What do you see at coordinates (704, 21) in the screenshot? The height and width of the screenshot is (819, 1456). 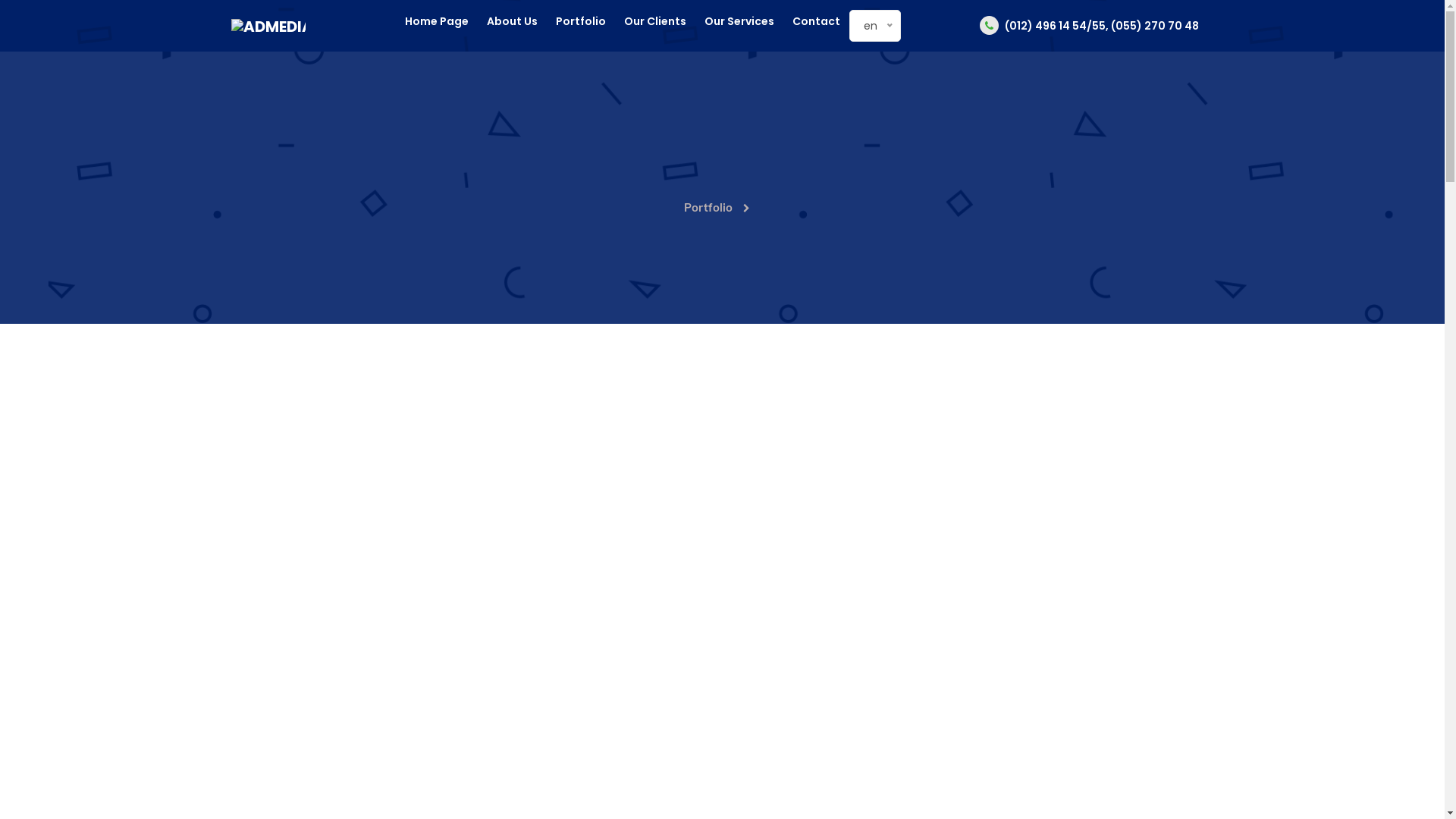 I see `'Our Services'` at bounding box center [704, 21].